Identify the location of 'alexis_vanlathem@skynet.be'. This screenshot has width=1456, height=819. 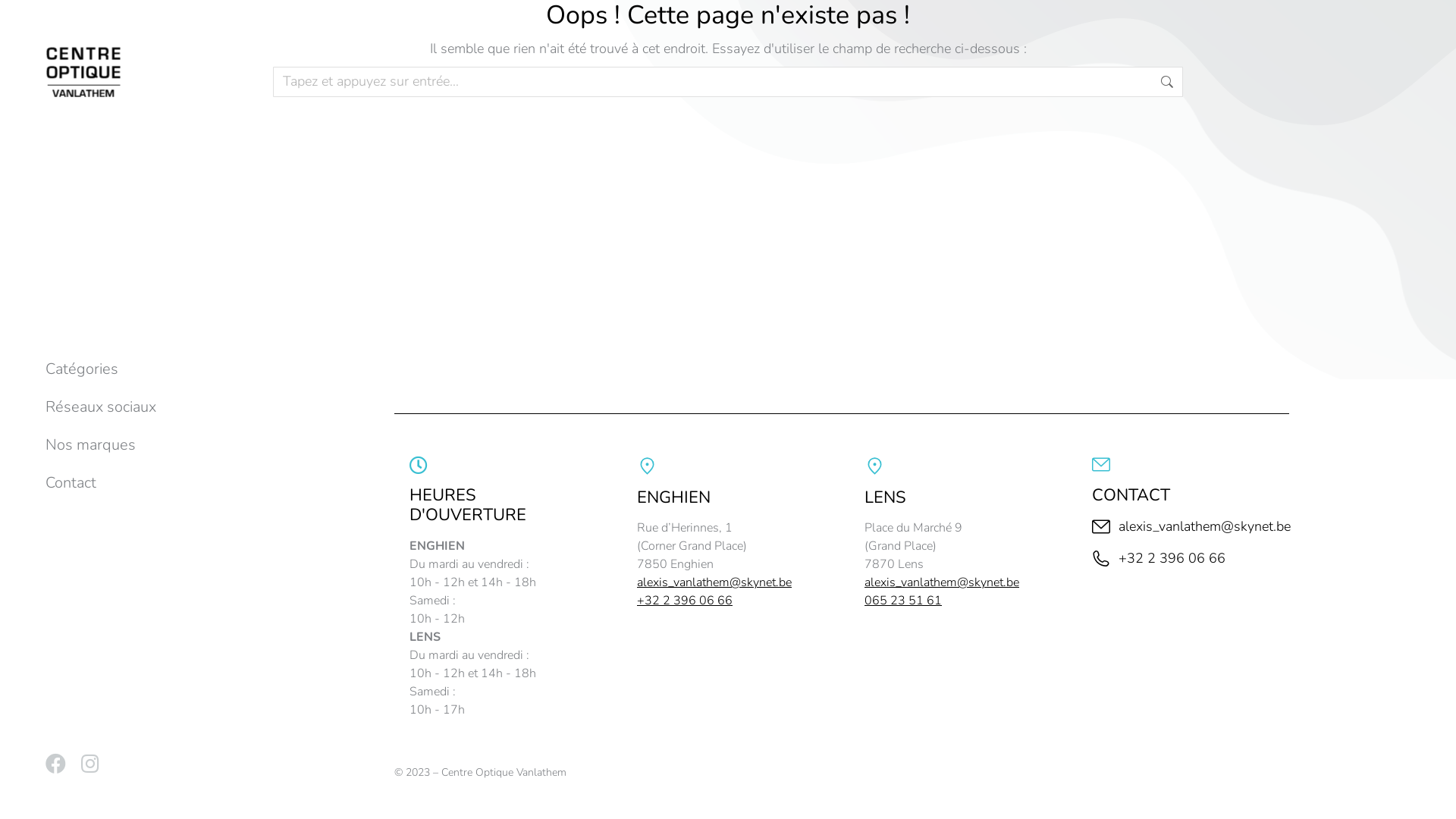
(941, 581).